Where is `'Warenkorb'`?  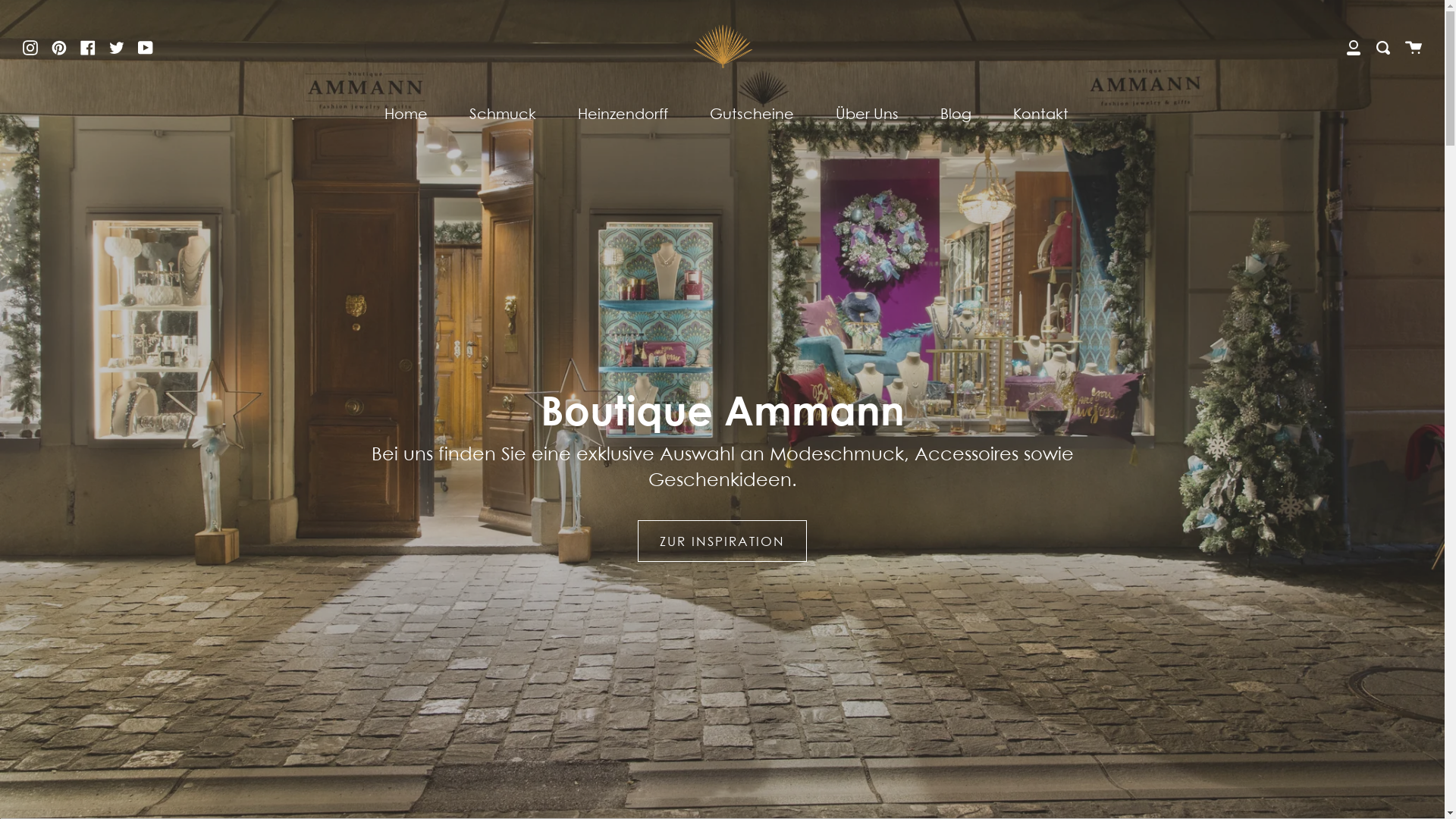
'Warenkorb' is located at coordinates (1404, 45).